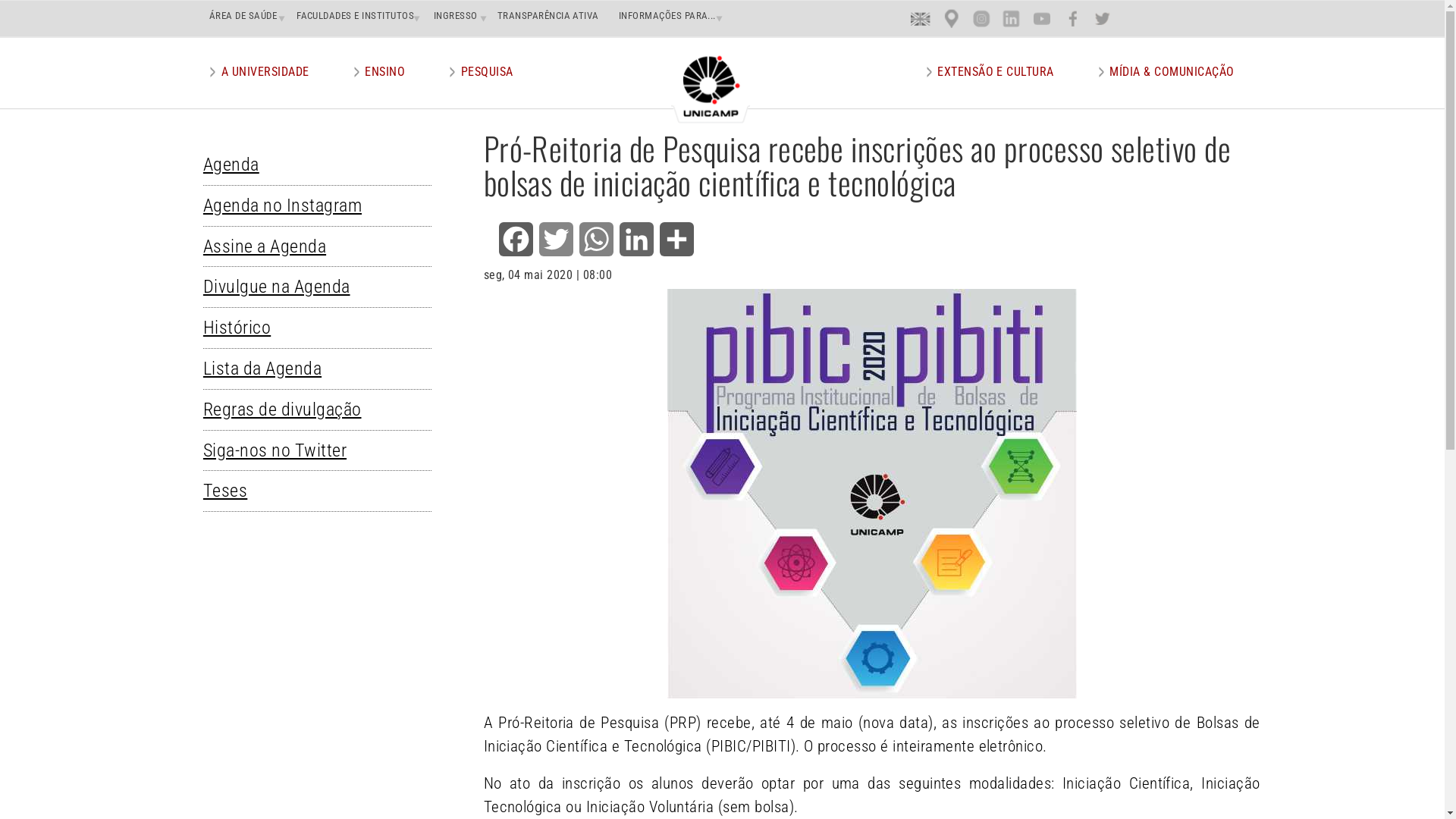 The width and height of the screenshot is (1456, 819). Describe the element at coordinates (202, 369) in the screenshot. I see `'Lista da Agenda'` at that location.